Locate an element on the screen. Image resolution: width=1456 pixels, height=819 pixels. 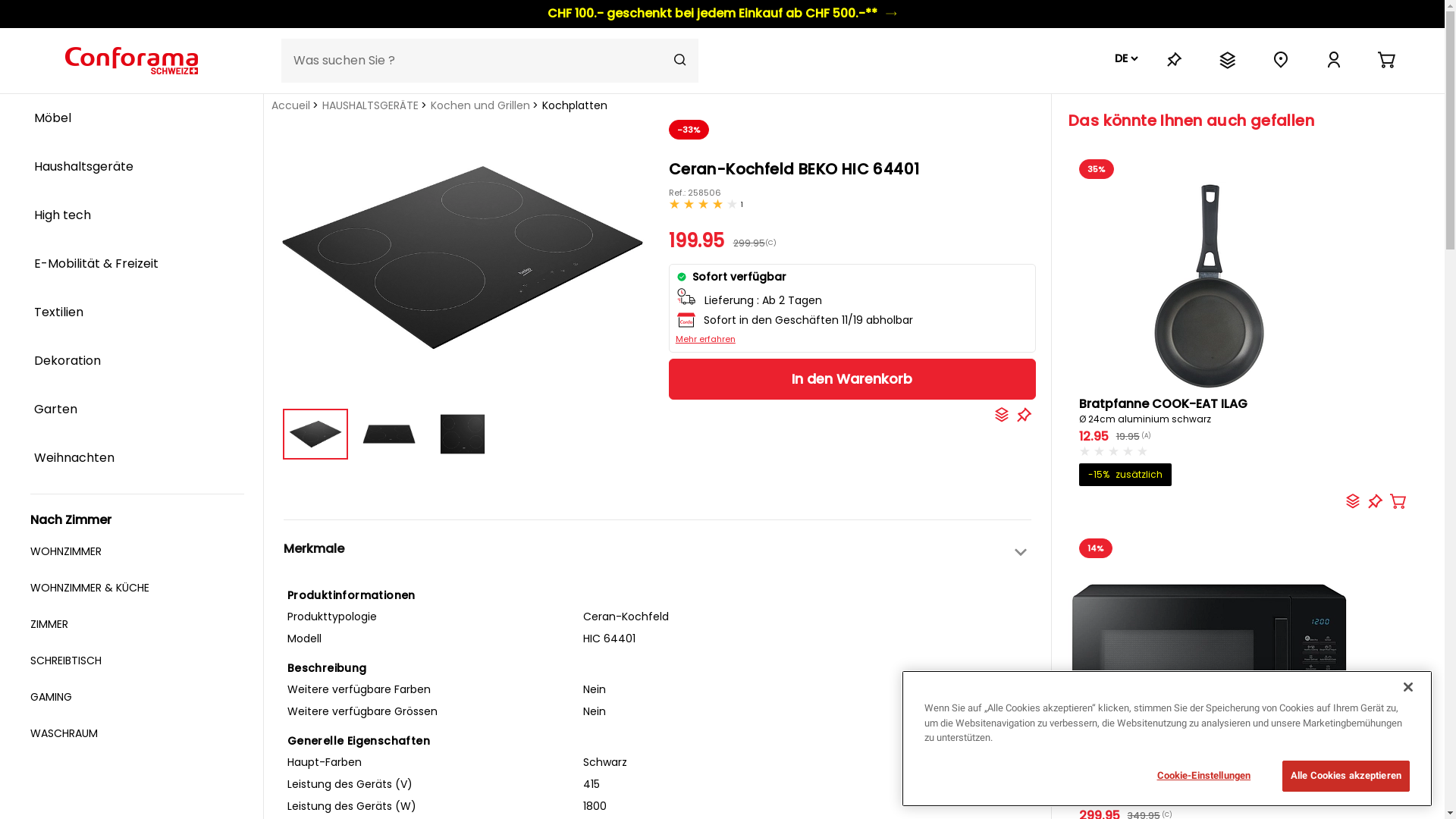
'Alle Cookies akzeptieren' is located at coordinates (1281, 775).